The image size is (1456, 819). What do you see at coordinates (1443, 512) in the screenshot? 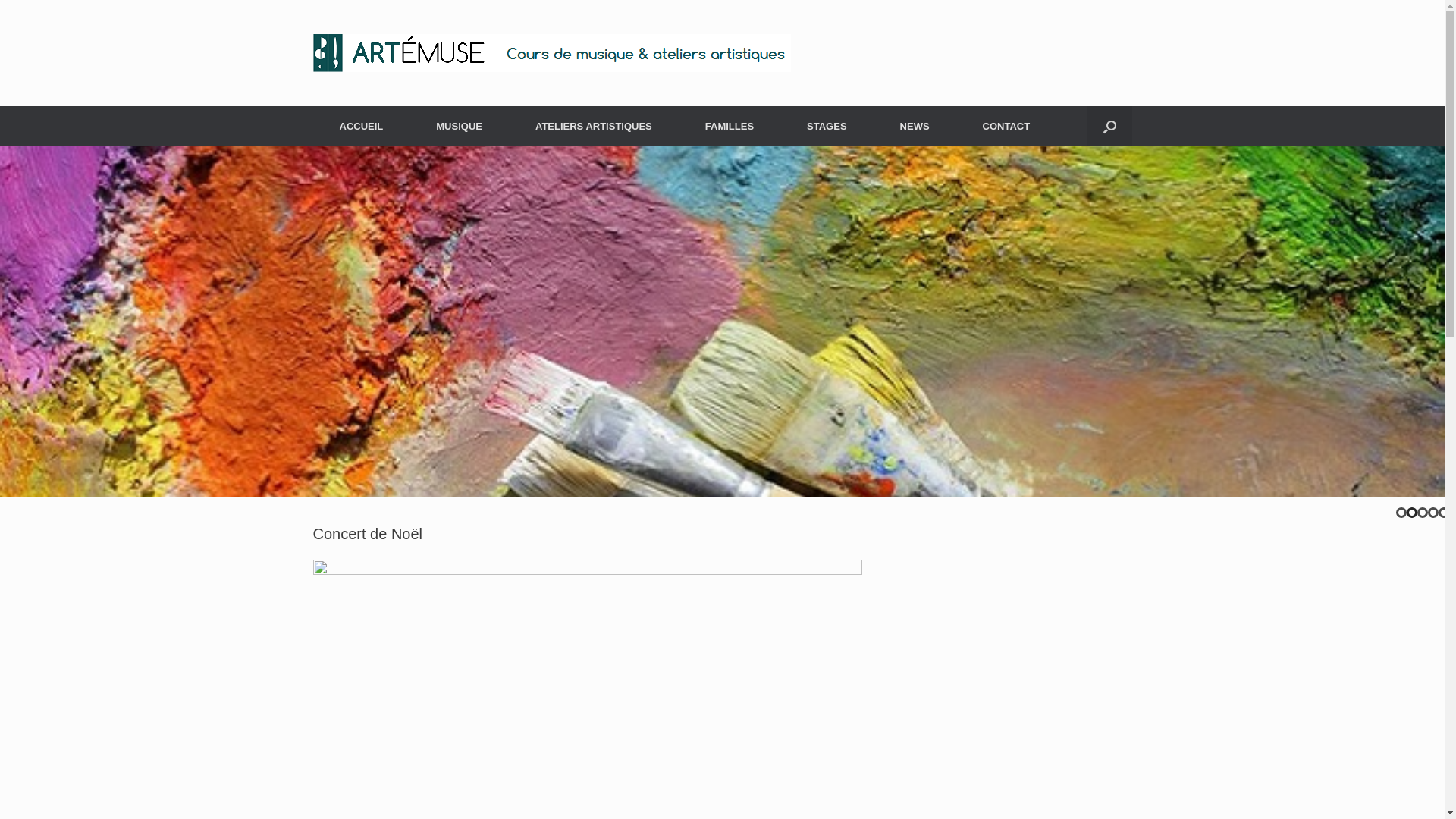
I see `'5'` at bounding box center [1443, 512].